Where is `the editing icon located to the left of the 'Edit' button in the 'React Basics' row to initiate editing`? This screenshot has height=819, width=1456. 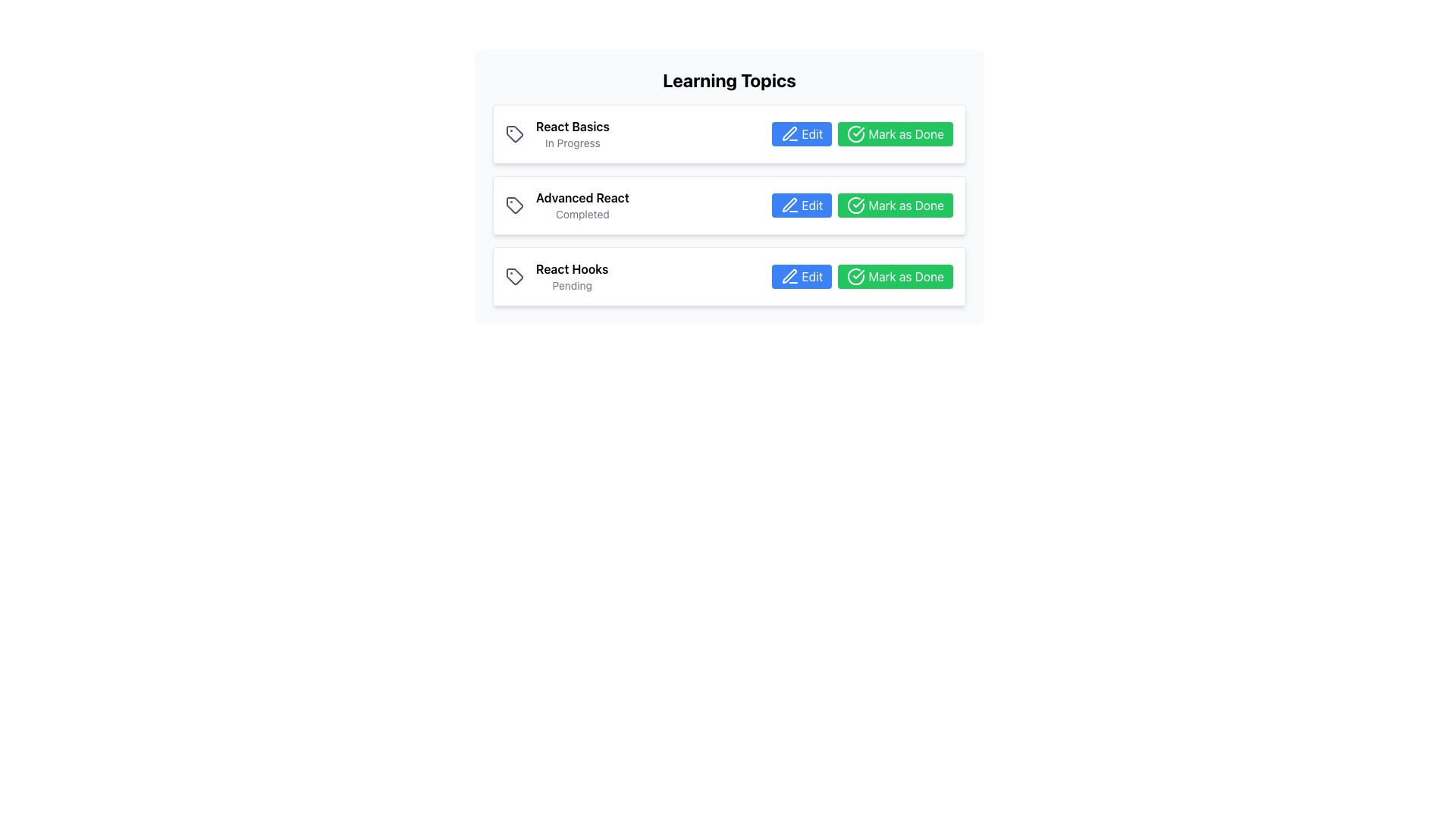 the editing icon located to the left of the 'Edit' button in the 'React Basics' row to initiate editing is located at coordinates (789, 133).